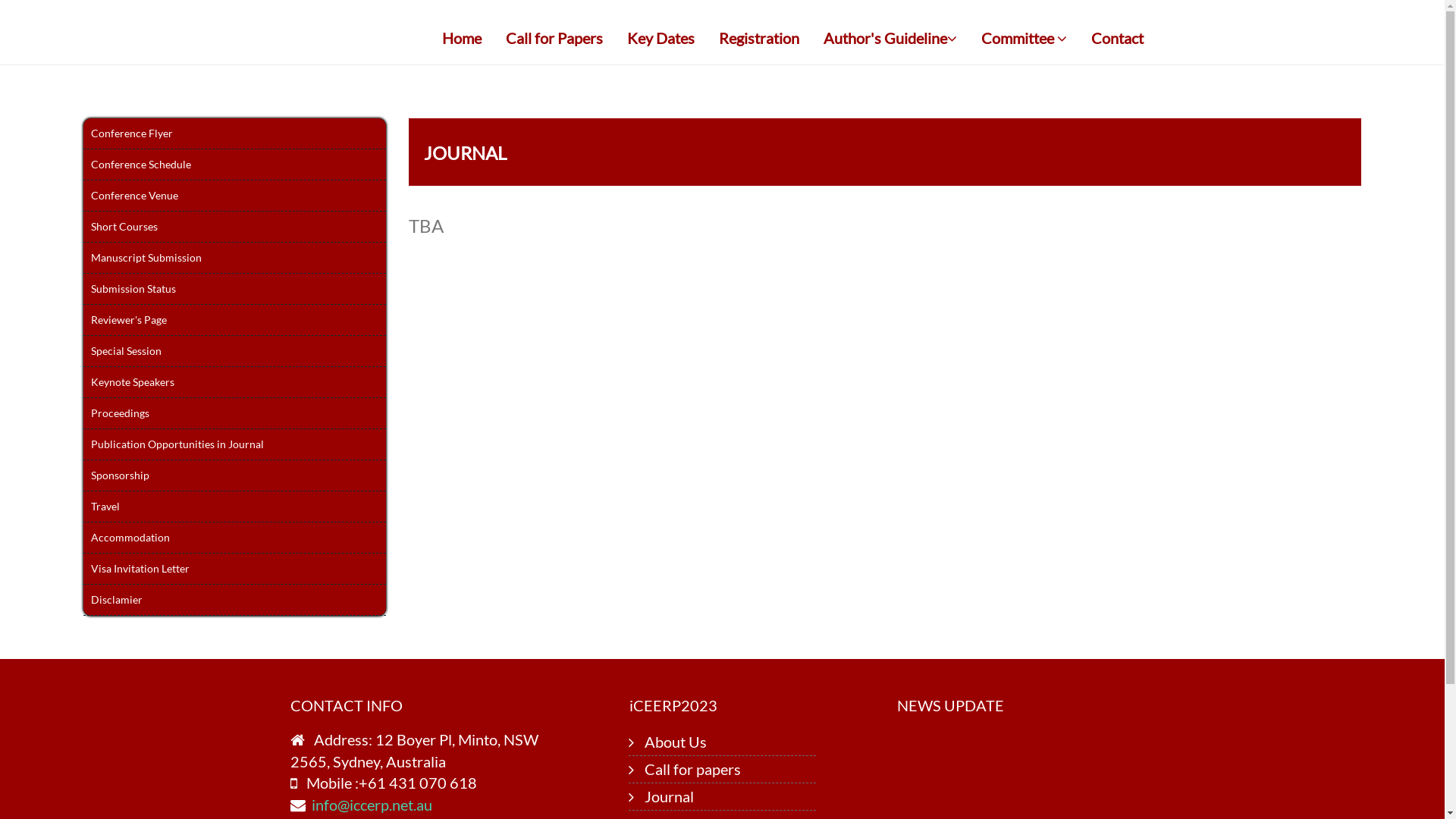  What do you see at coordinates (968, 37) in the screenshot?
I see `'Committee'` at bounding box center [968, 37].